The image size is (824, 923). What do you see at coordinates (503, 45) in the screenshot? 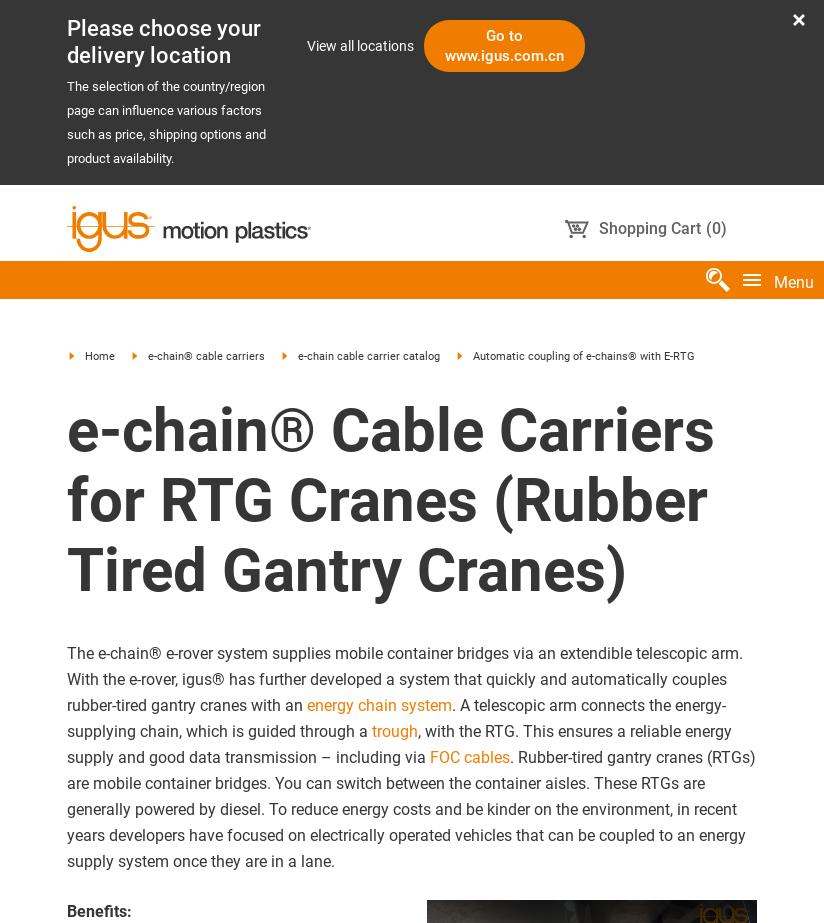
I see `'Go to www.igus.com.cn'` at bounding box center [503, 45].